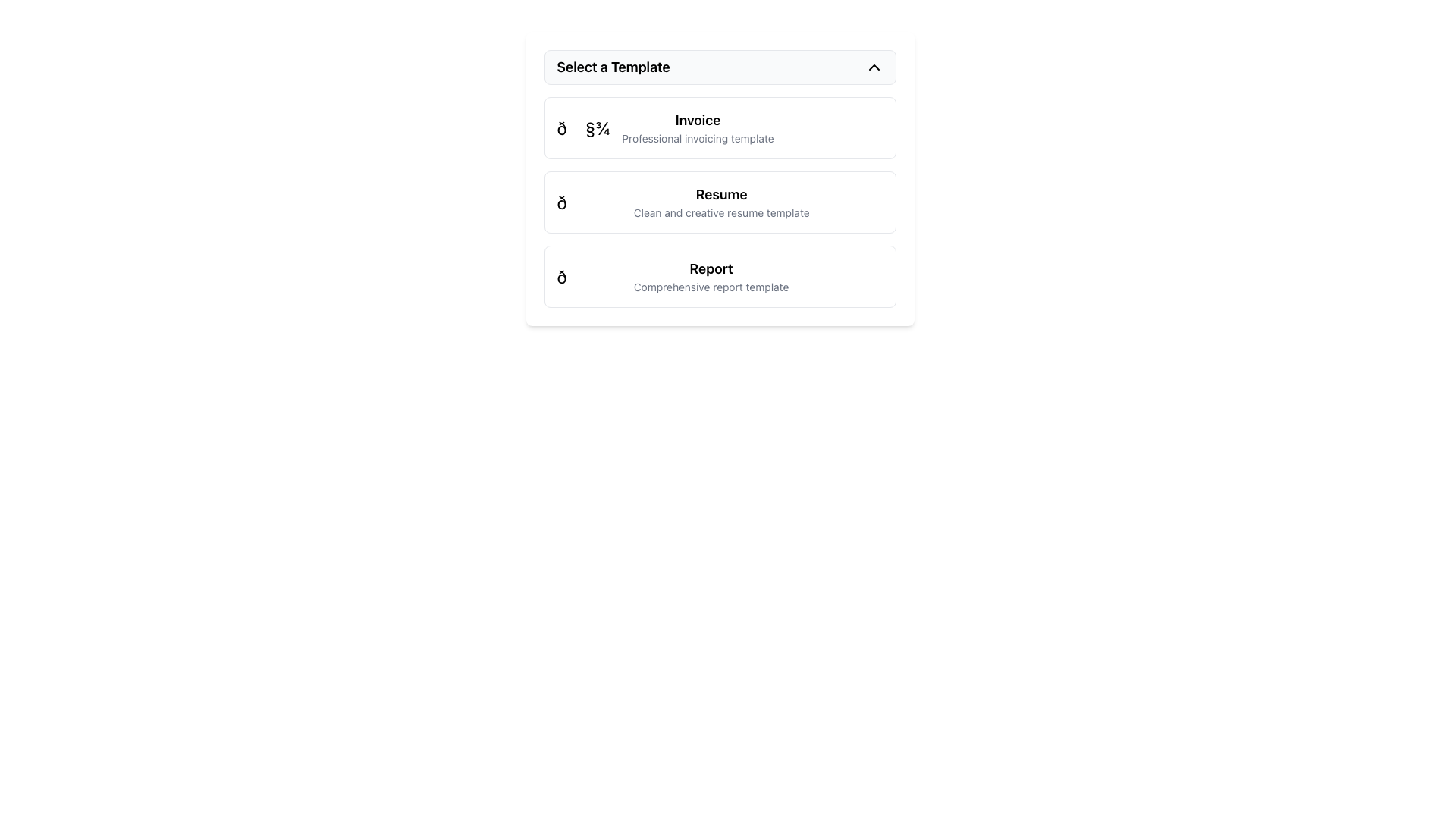  Describe the element at coordinates (719, 201) in the screenshot. I see `the 'Resume' template card located in the middle of the dropdown menu titled 'Select a Template'` at that location.